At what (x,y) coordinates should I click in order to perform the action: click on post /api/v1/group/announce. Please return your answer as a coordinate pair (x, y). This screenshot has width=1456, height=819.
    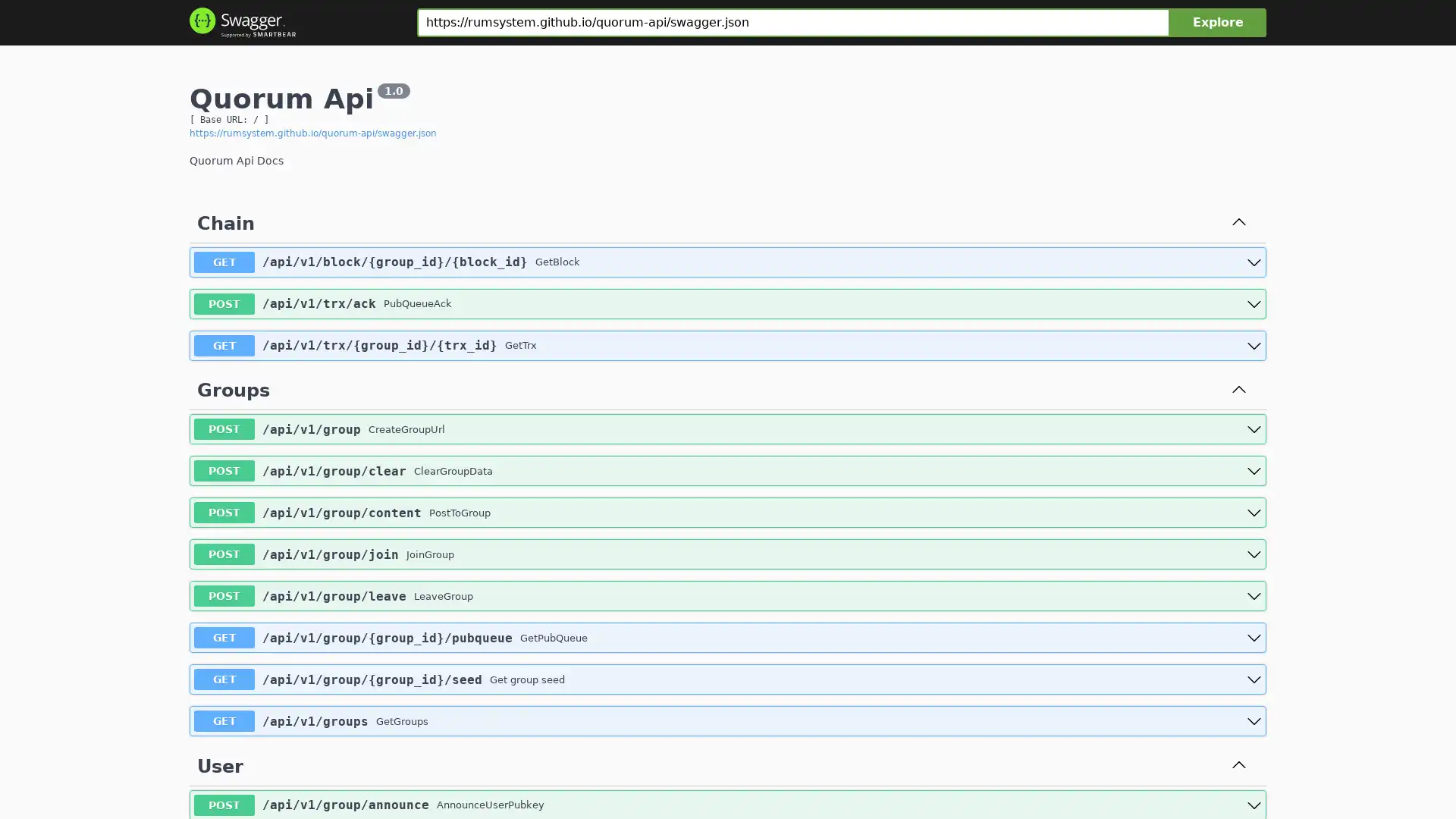
    Looking at the image, I should click on (728, 803).